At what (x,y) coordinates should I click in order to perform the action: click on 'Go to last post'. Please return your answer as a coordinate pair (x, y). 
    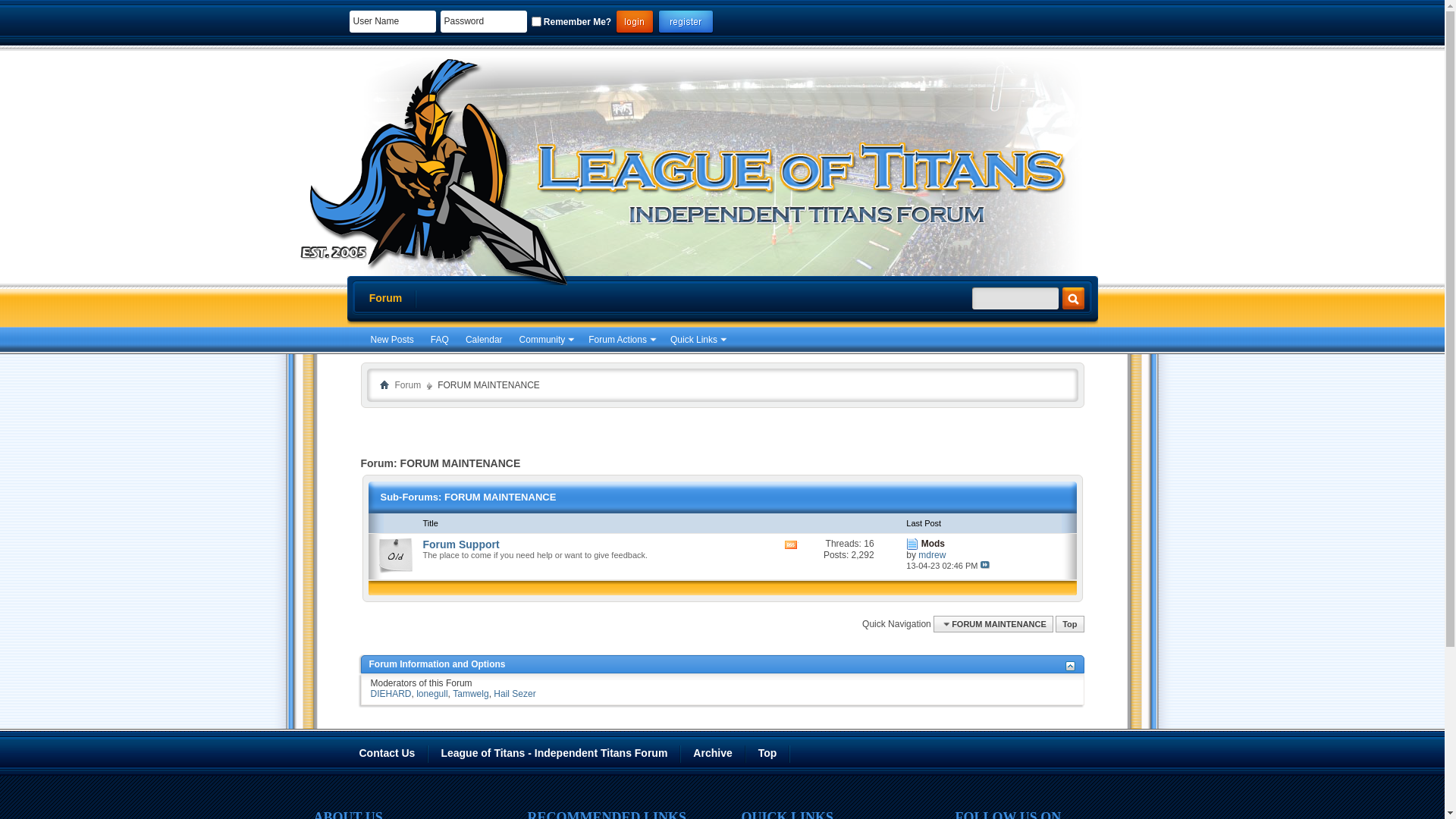
    Looking at the image, I should click on (985, 564).